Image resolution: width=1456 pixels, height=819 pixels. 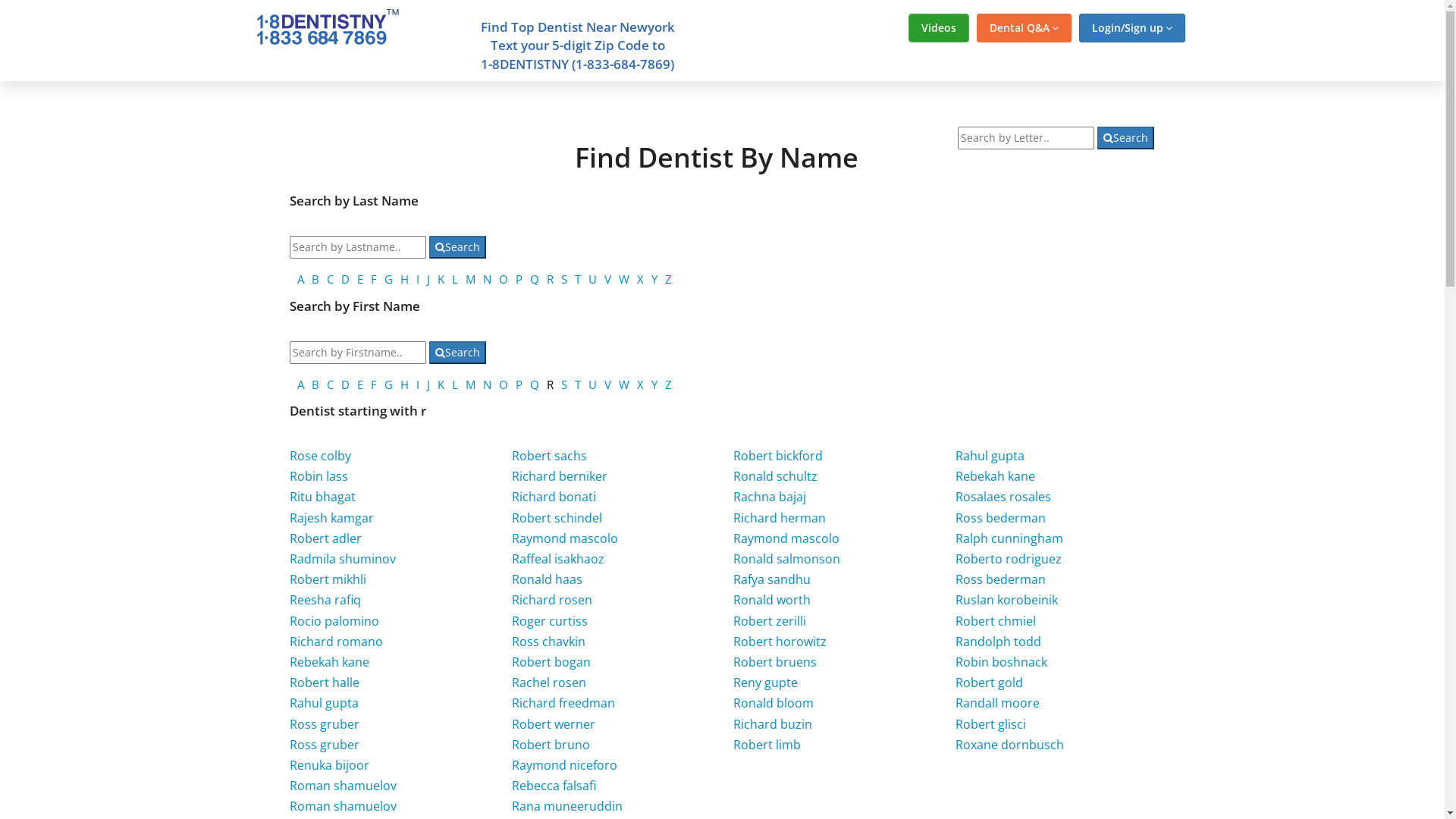 I want to click on 'K', so click(x=440, y=383).